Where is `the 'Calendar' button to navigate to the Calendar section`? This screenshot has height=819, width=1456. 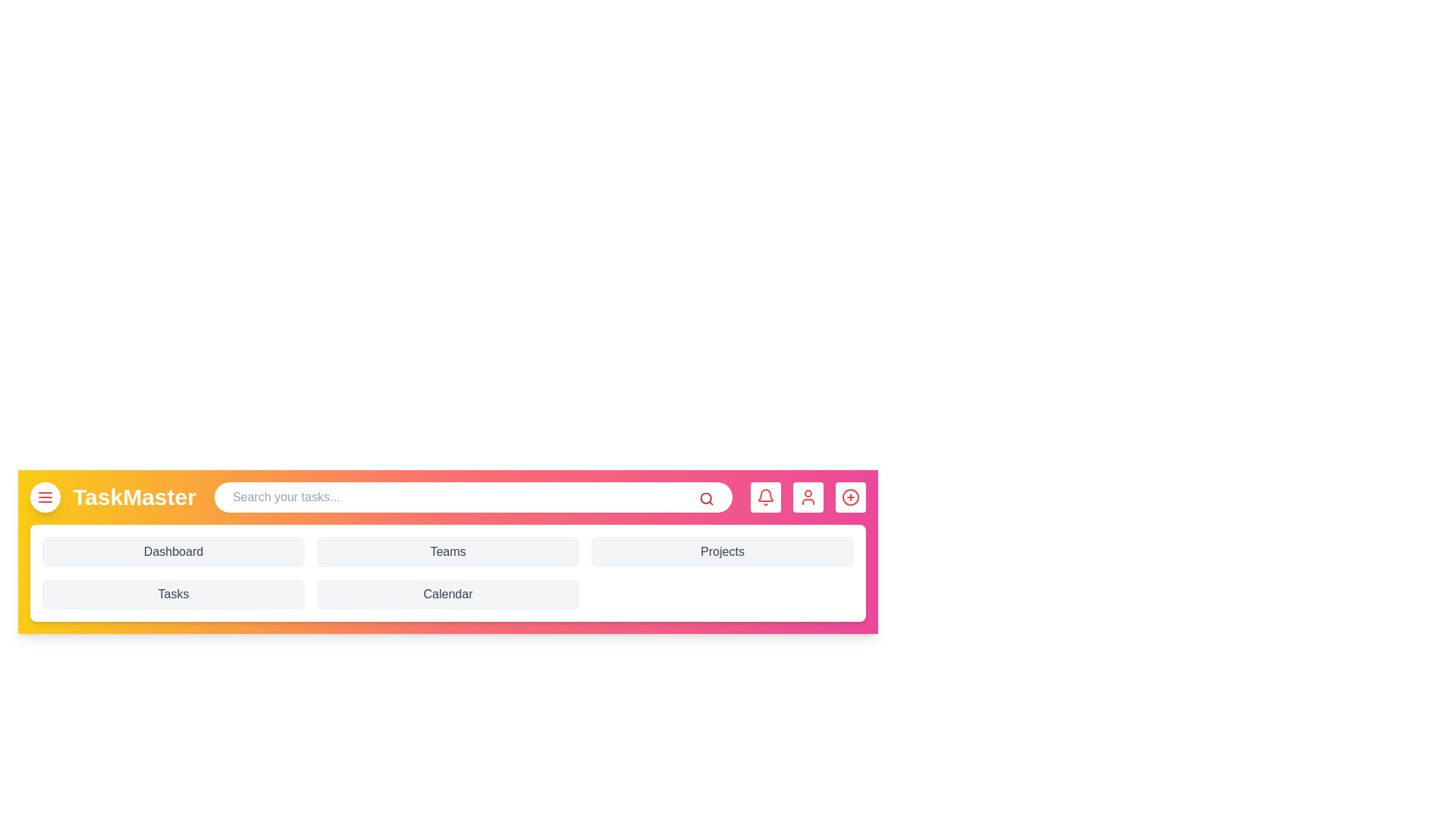
the 'Calendar' button to navigate to the Calendar section is located at coordinates (447, 593).